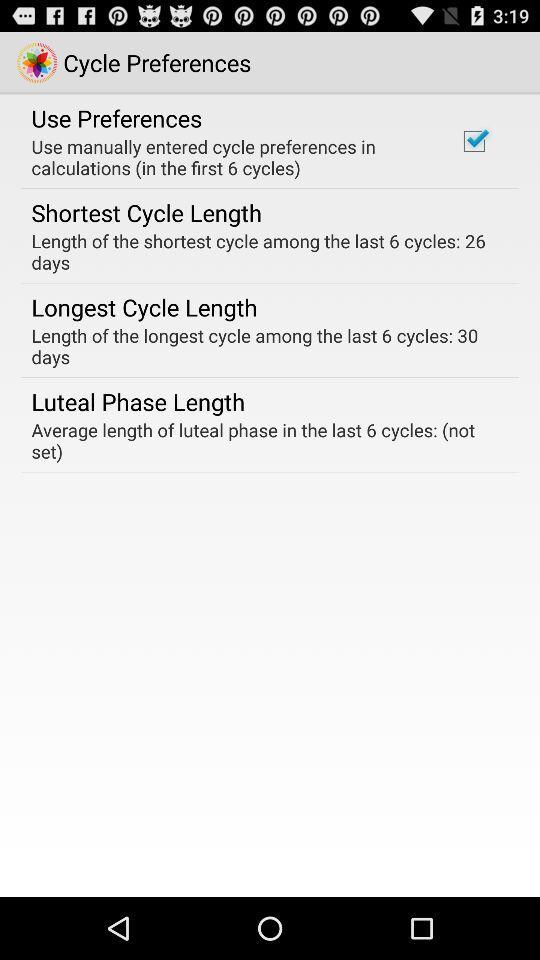  I want to click on use manually entered icon, so click(230, 156).